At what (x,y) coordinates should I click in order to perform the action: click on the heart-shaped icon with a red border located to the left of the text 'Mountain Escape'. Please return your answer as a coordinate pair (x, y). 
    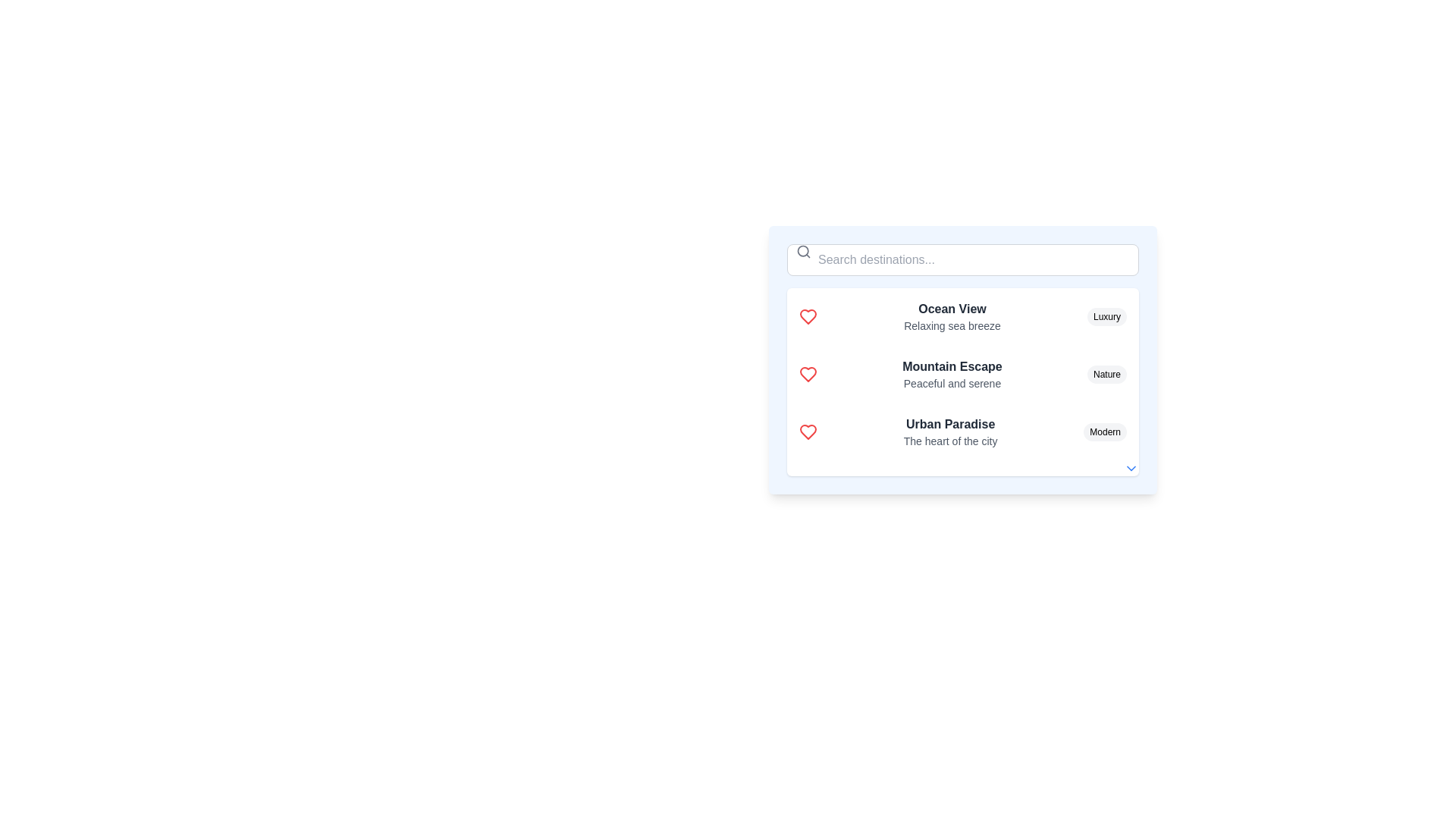
    Looking at the image, I should click on (807, 374).